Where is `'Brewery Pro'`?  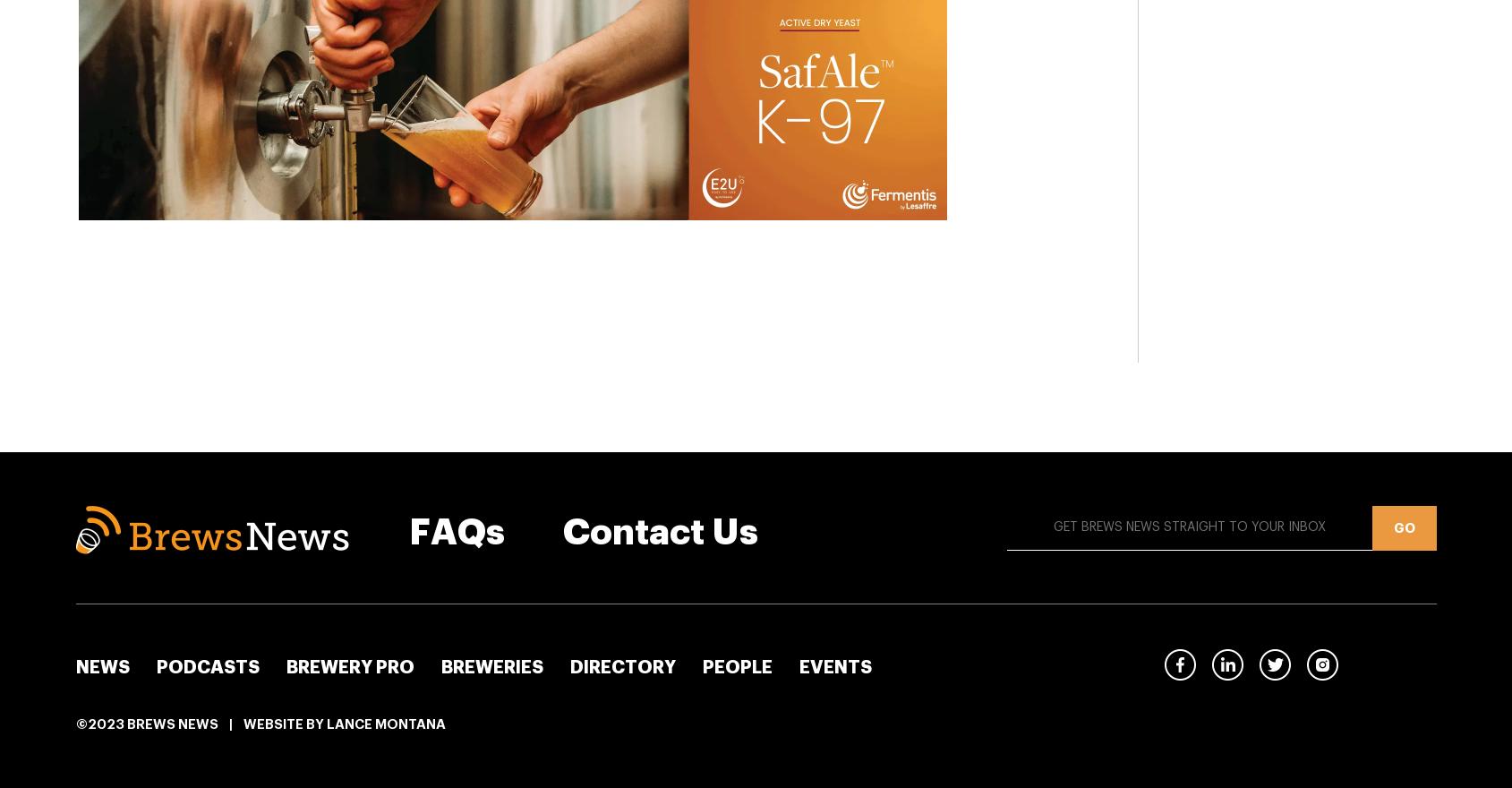 'Brewery Pro' is located at coordinates (348, 666).